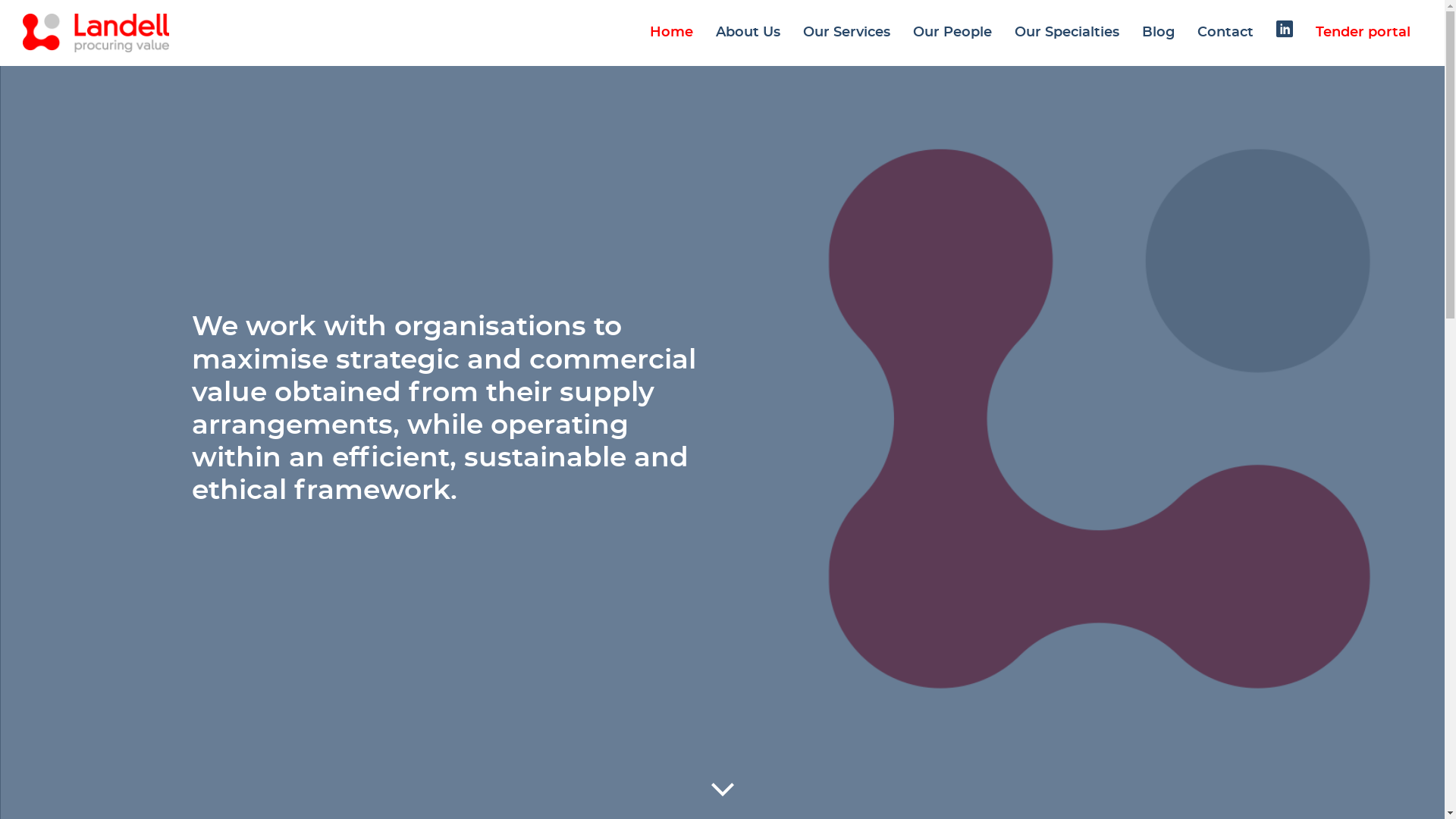 The image size is (1456, 819). I want to click on 'Our Services', so click(846, 33).